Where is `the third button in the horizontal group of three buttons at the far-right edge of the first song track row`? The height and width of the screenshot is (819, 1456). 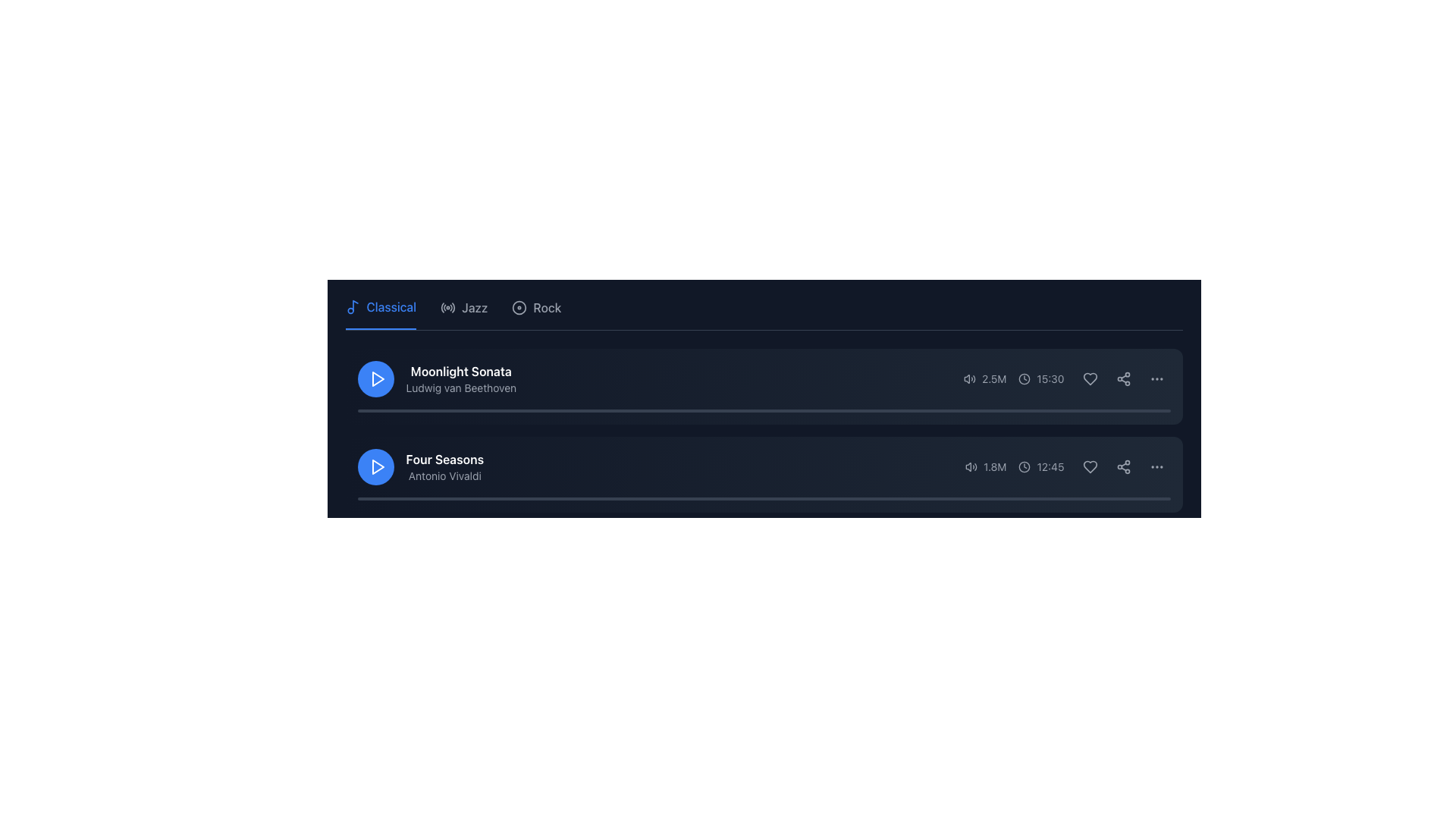
the third button in the horizontal group of three buttons at the far-right edge of the first song track row is located at coordinates (1156, 378).